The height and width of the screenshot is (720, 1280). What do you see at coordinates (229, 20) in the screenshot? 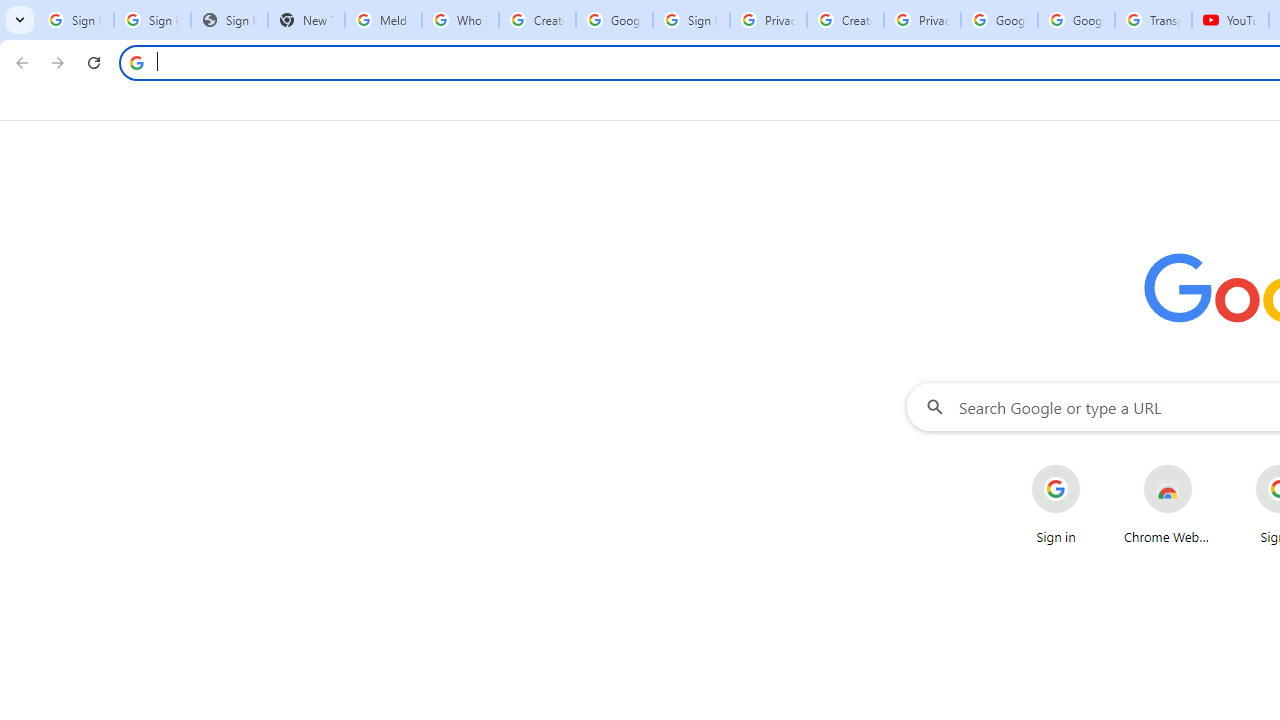
I see `'Sign In - USA TODAY'` at bounding box center [229, 20].